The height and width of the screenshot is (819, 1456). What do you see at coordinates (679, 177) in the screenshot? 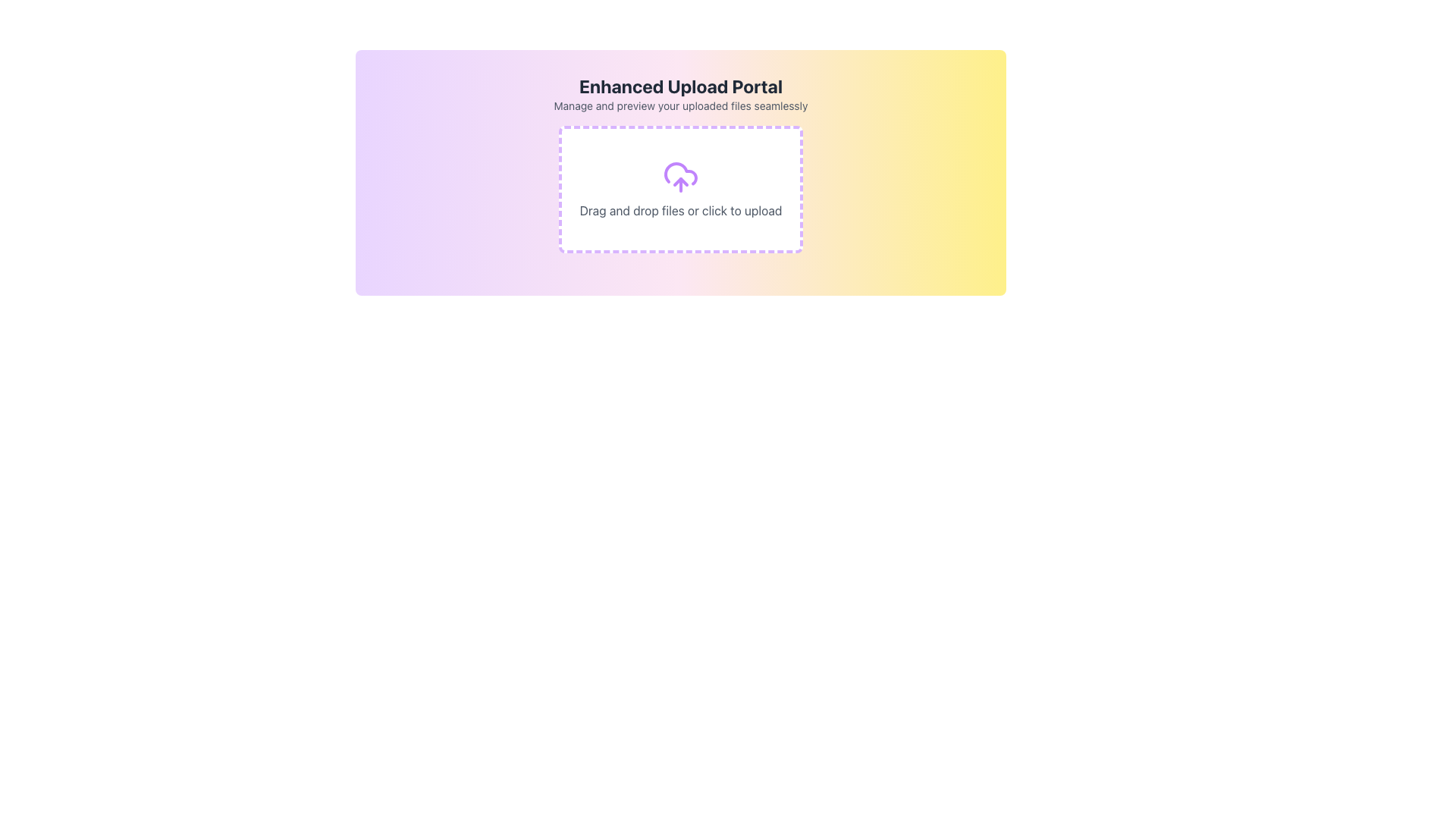
I see `the purple cloud upload icon` at bounding box center [679, 177].